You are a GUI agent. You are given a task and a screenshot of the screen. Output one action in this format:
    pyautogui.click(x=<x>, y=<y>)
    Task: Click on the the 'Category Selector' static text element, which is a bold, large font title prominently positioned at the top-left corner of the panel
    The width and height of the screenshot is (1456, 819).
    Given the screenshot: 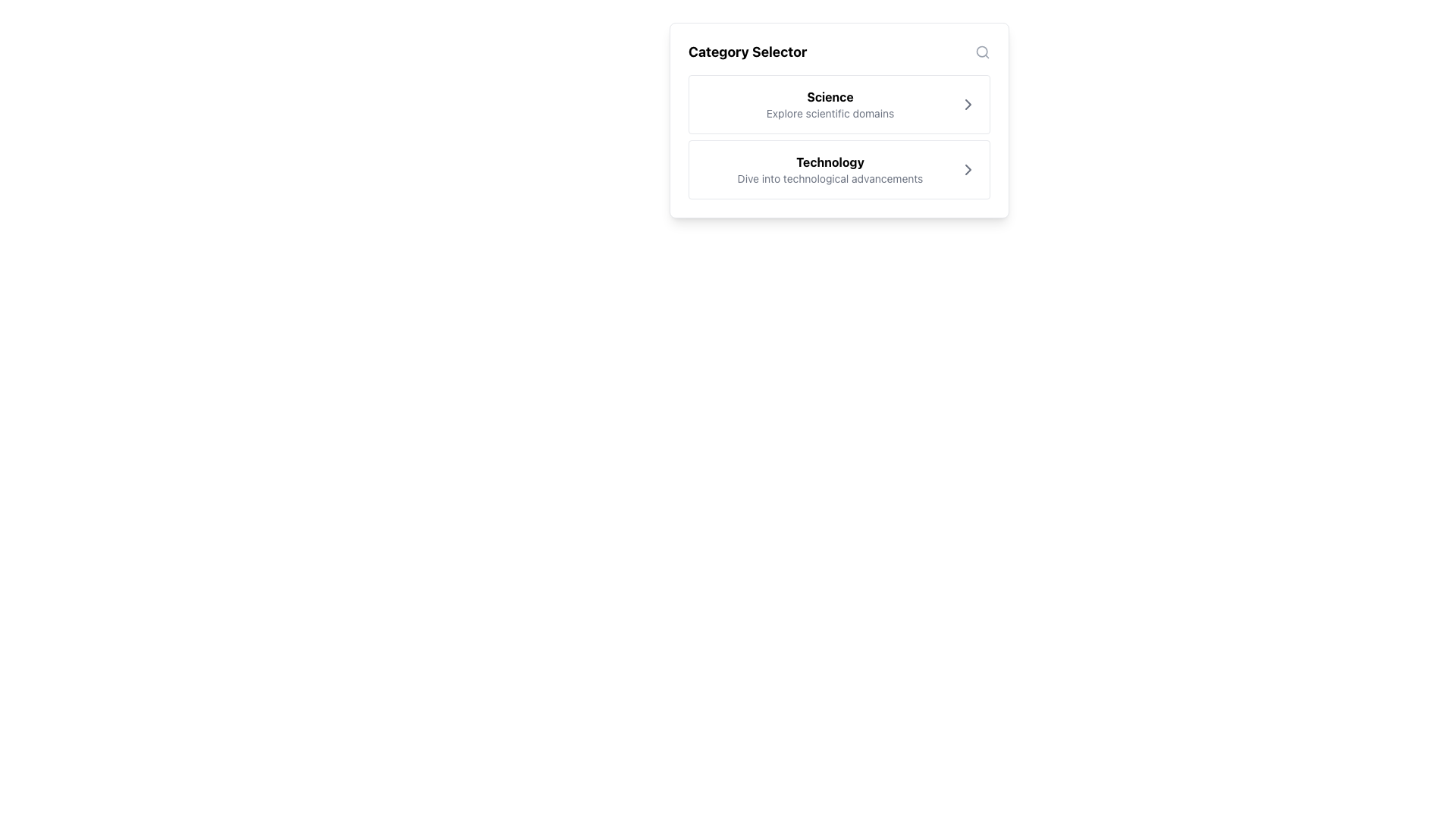 What is the action you would take?
    pyautogui.click(x=748, y=52)
    